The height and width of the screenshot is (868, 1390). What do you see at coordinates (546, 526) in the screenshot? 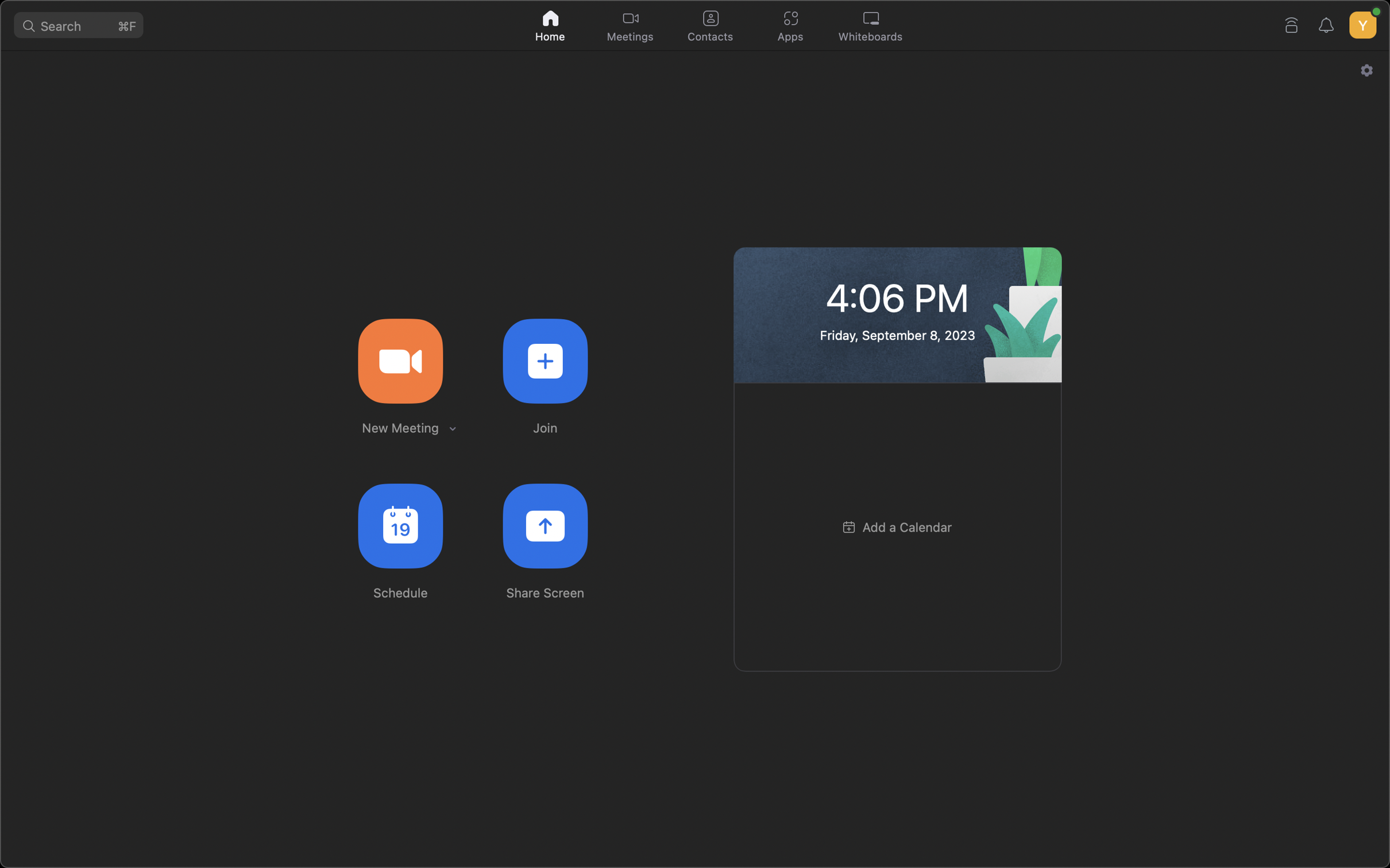
I see `Enable screen sharing for all viewers in the current conference` at bounding box center [546, 526].